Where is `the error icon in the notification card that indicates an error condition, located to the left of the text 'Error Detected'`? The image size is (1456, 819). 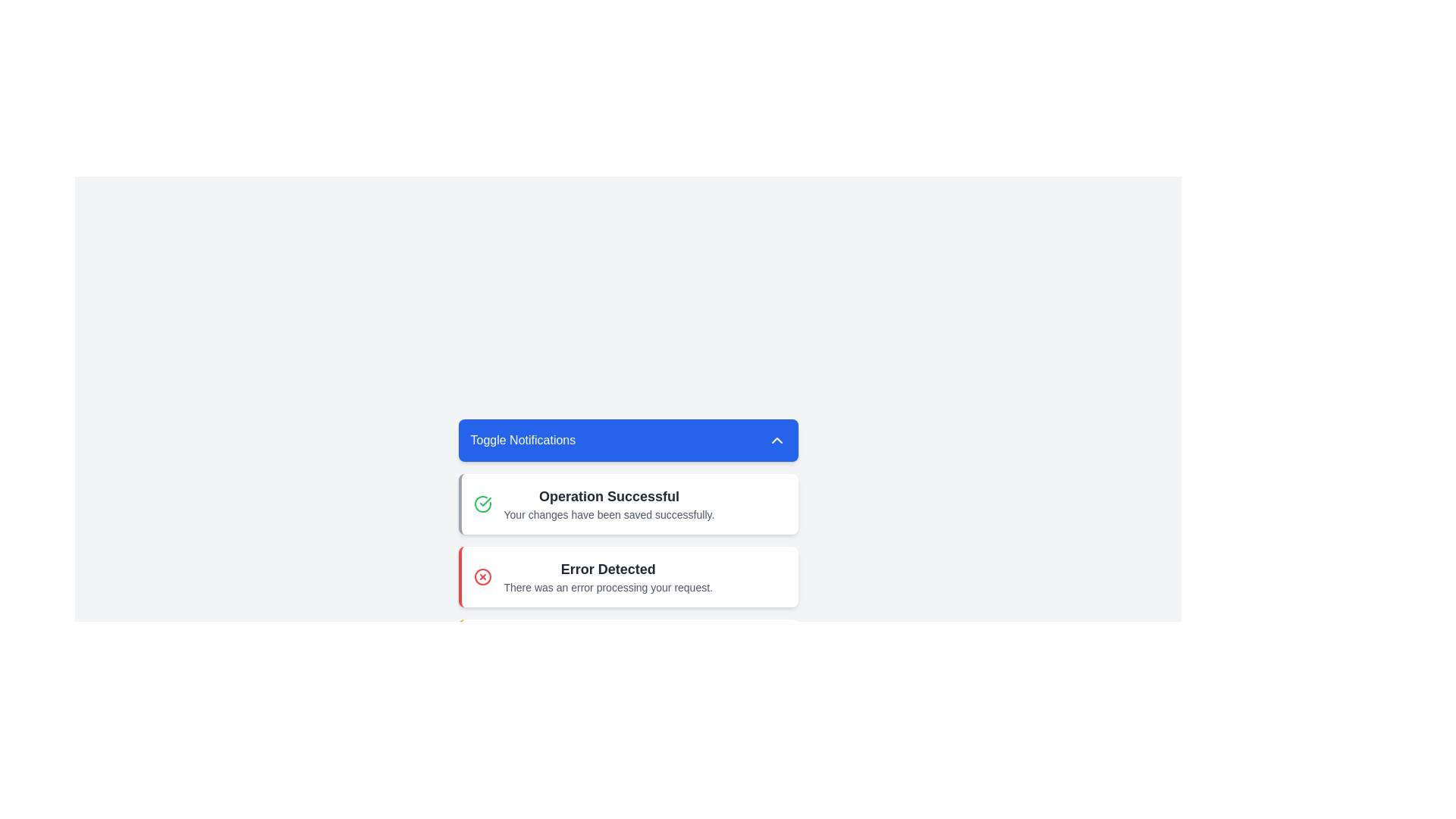
the error icon in the notification card that indicates an error condition, located to the left of the text 'Error Detected' is located at coordinates (482, 576).